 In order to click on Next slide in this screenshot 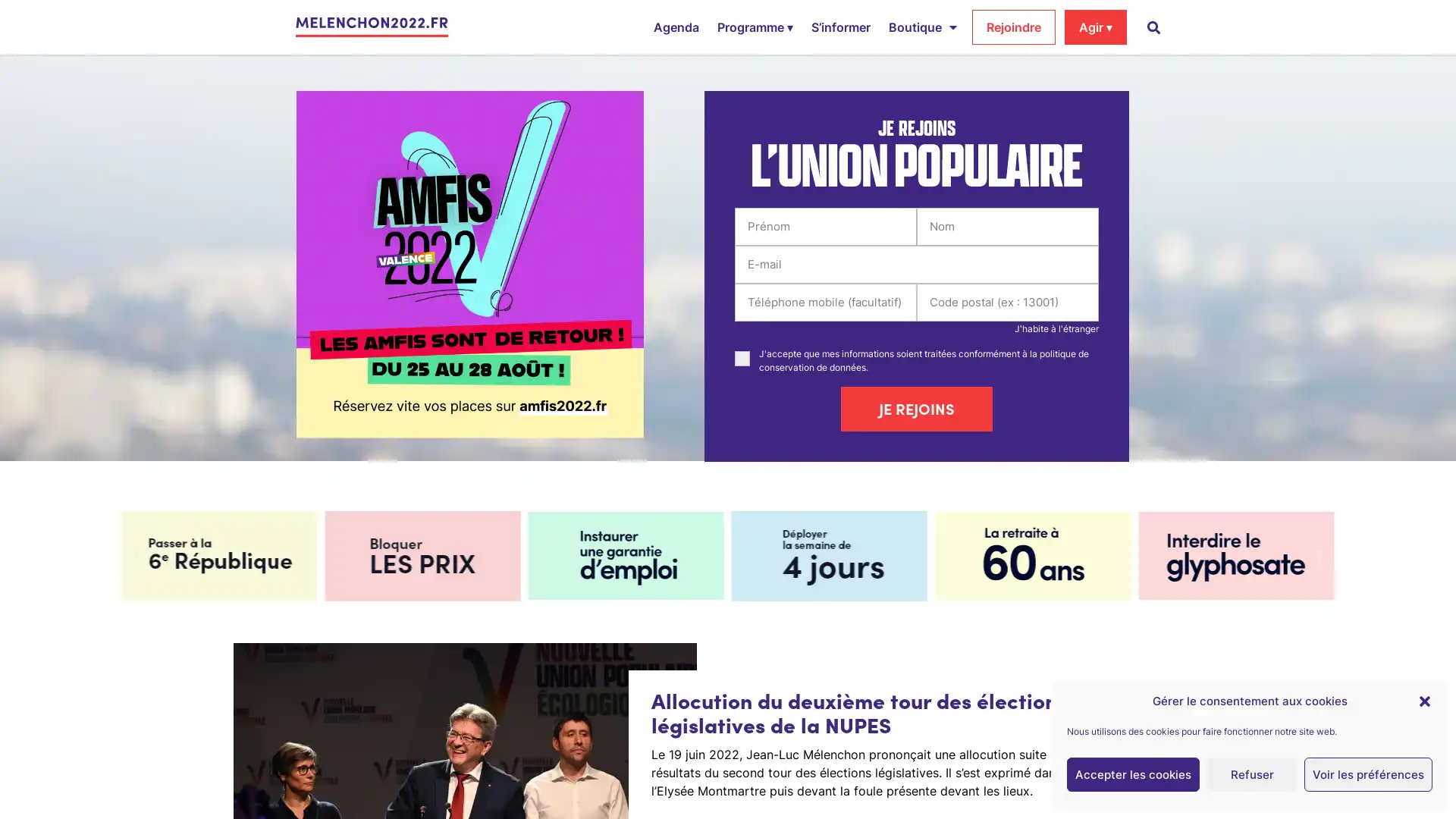, I will do `click(1318, 555)`.